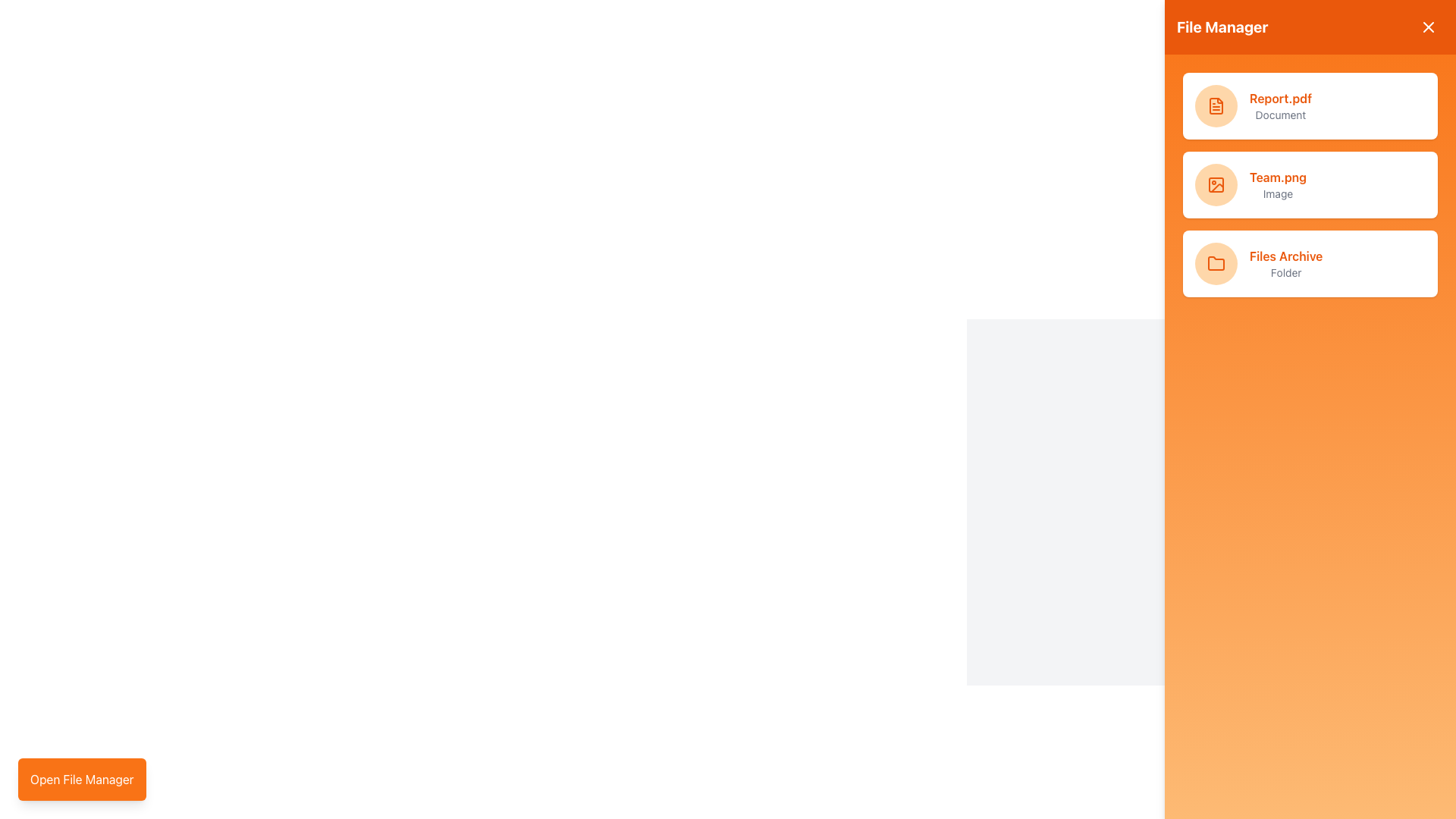  I want to click on the third list item representing a file entry labeled 'Files Archive' in order, so click(1310, 262).